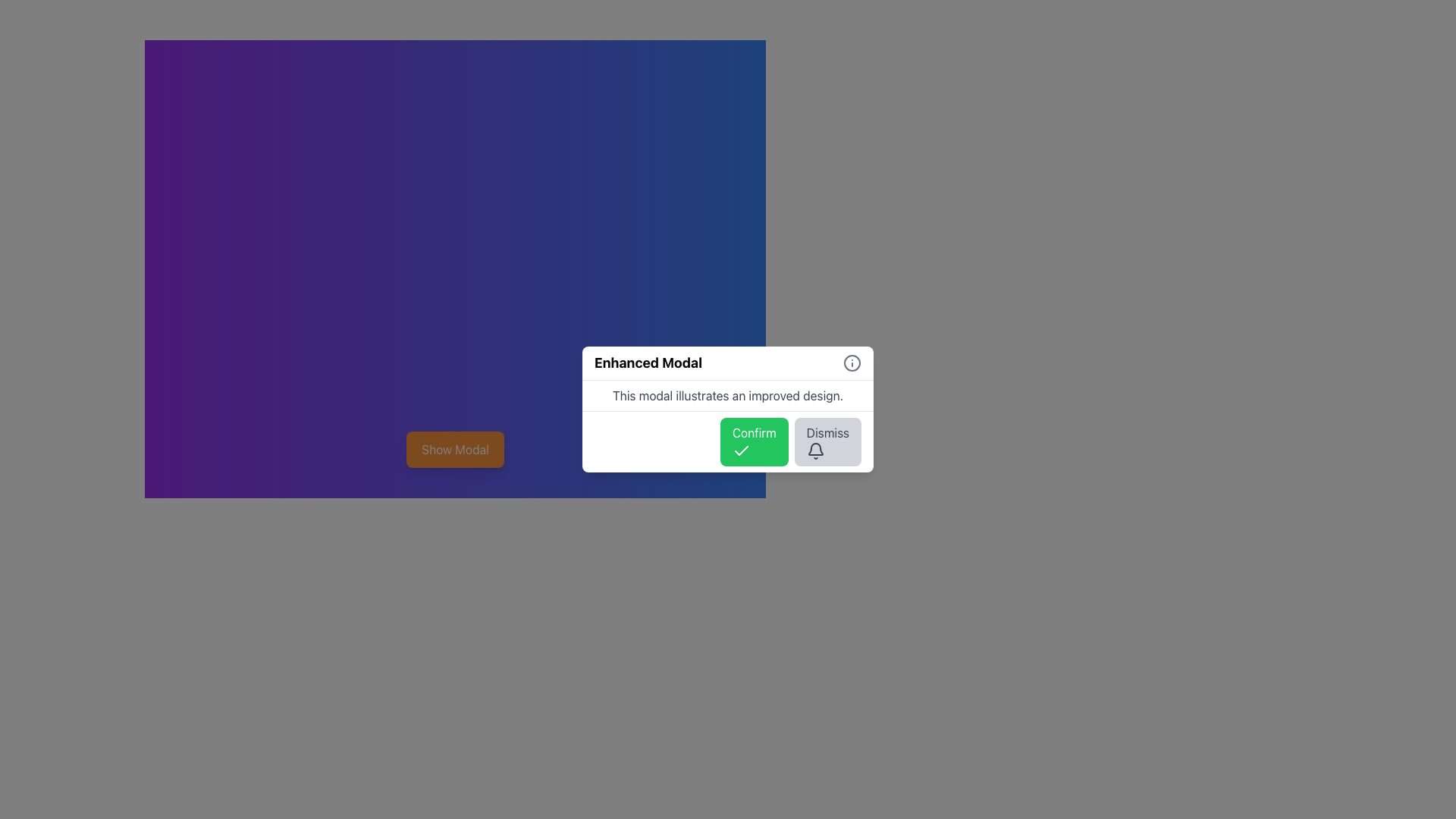 The image size is (1456, 819). What do you see at coordinates (741, 450) in the screenshot?
I see `the confirmation icon located in the center of the green 'Confirm' button at the bottom-right of the modal interface` at bounding box center [741, 450].